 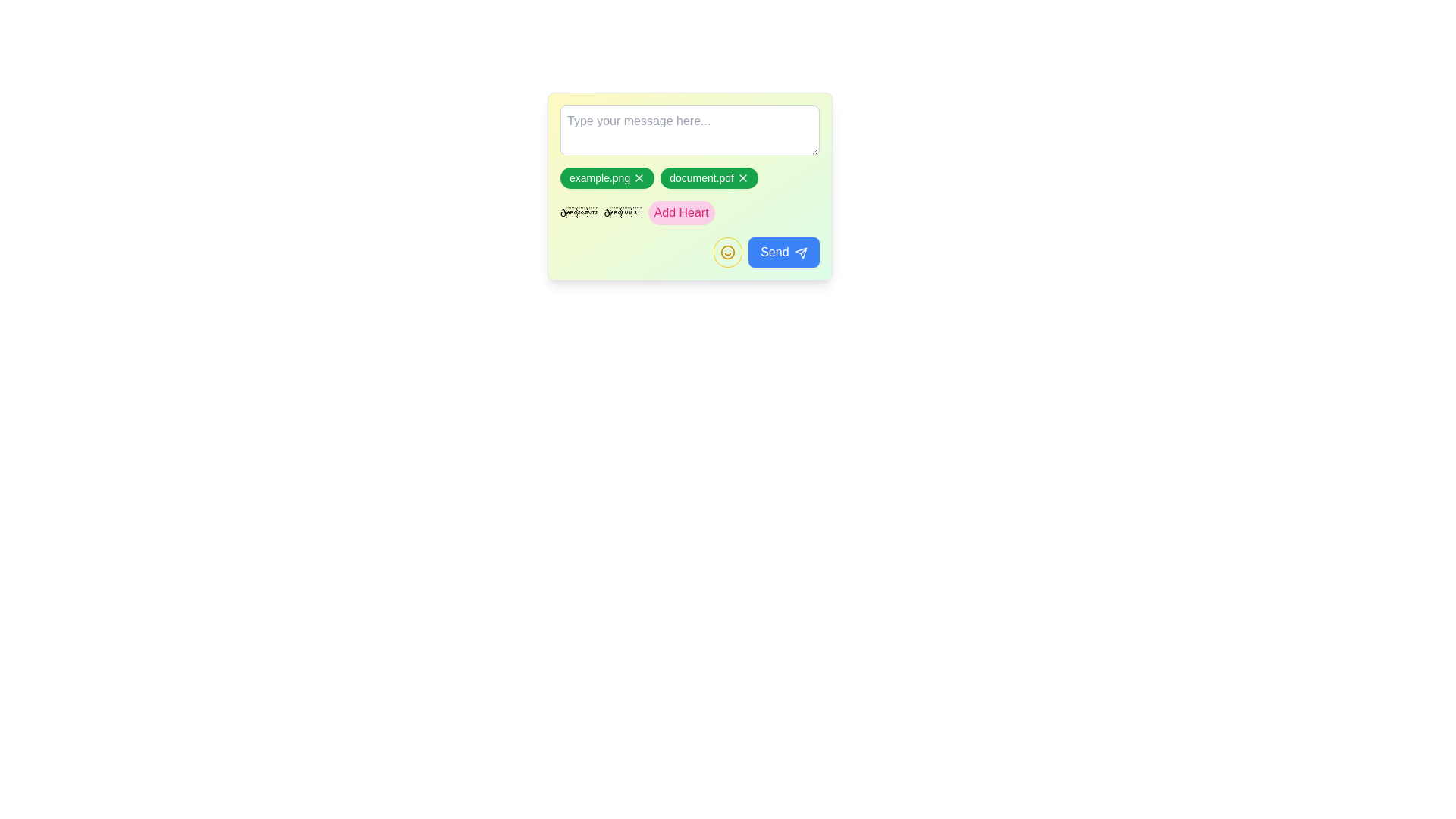 I want to click on the small cross mark ('X') icon located to the right of the green tag labeled 'document.pdf', so click(x=742, y=177).